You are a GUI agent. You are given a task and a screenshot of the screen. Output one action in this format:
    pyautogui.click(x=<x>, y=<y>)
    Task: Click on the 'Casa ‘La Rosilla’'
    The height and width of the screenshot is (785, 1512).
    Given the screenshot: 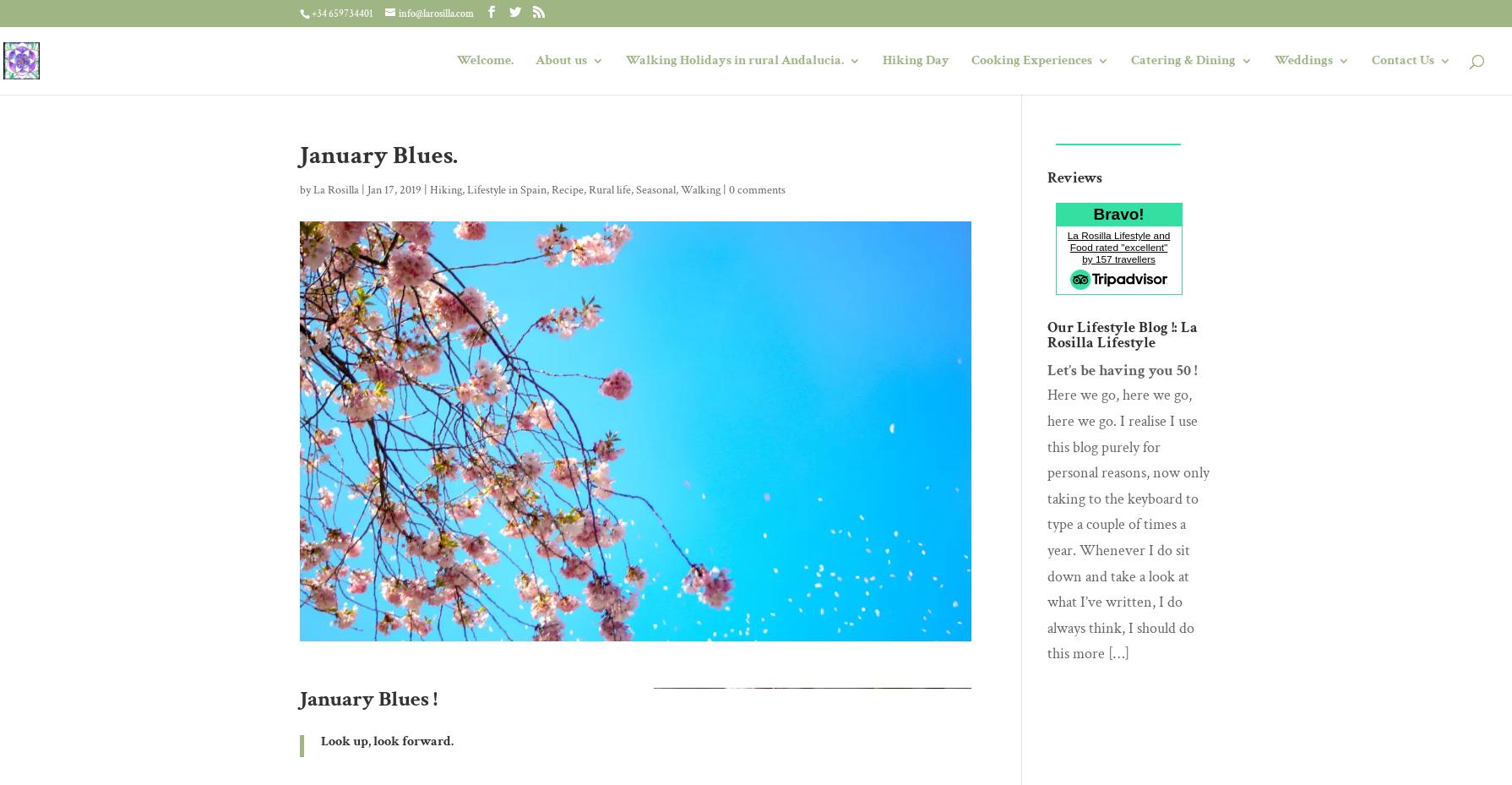 What is the action you would take?
    pyautogui.click(x=614, y=130)
    